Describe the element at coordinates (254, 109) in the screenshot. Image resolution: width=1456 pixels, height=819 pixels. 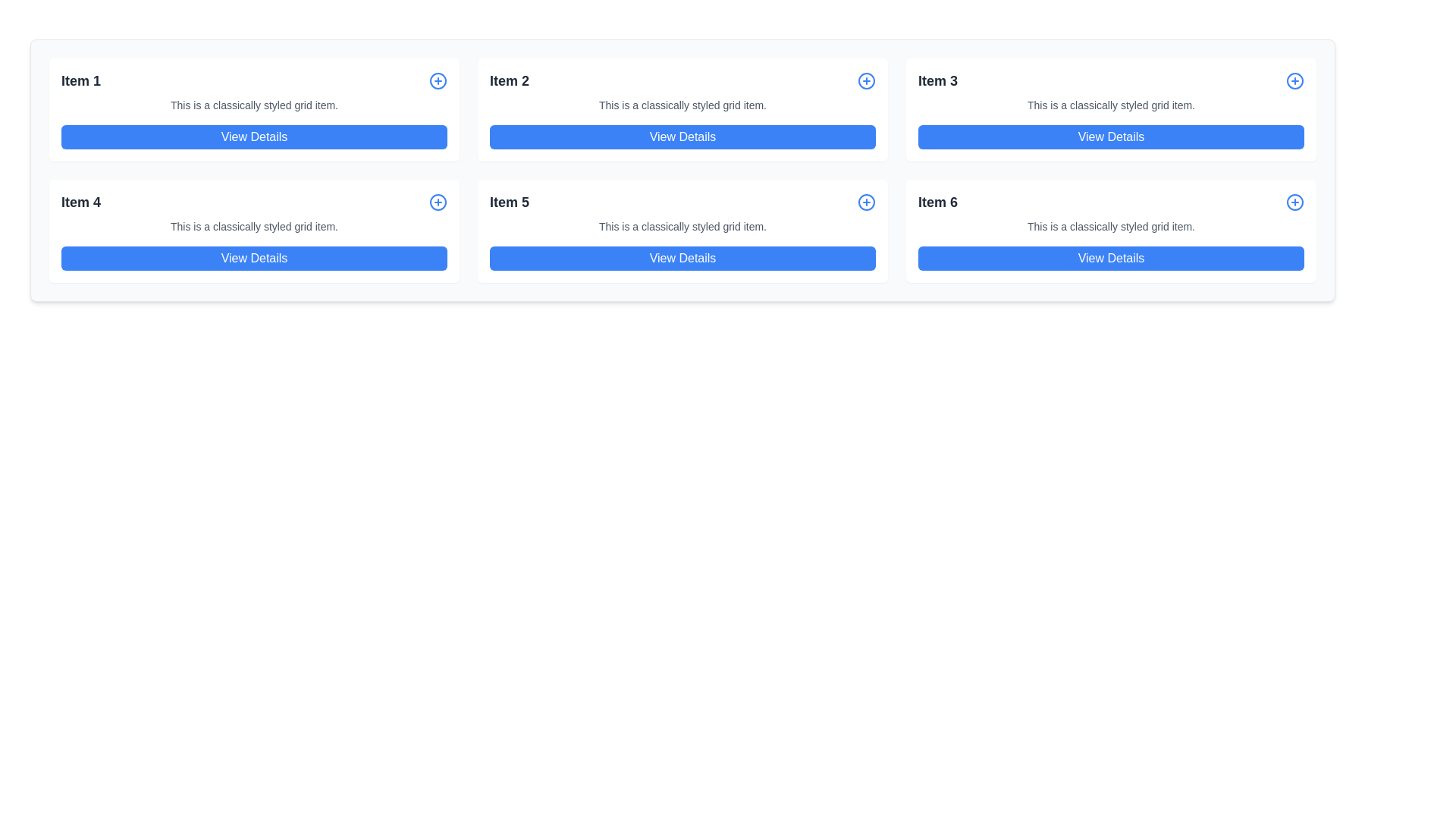
I see `textual content of the interactive card for 'Item 1' located at the top-left corner of the grid layout` at that location.